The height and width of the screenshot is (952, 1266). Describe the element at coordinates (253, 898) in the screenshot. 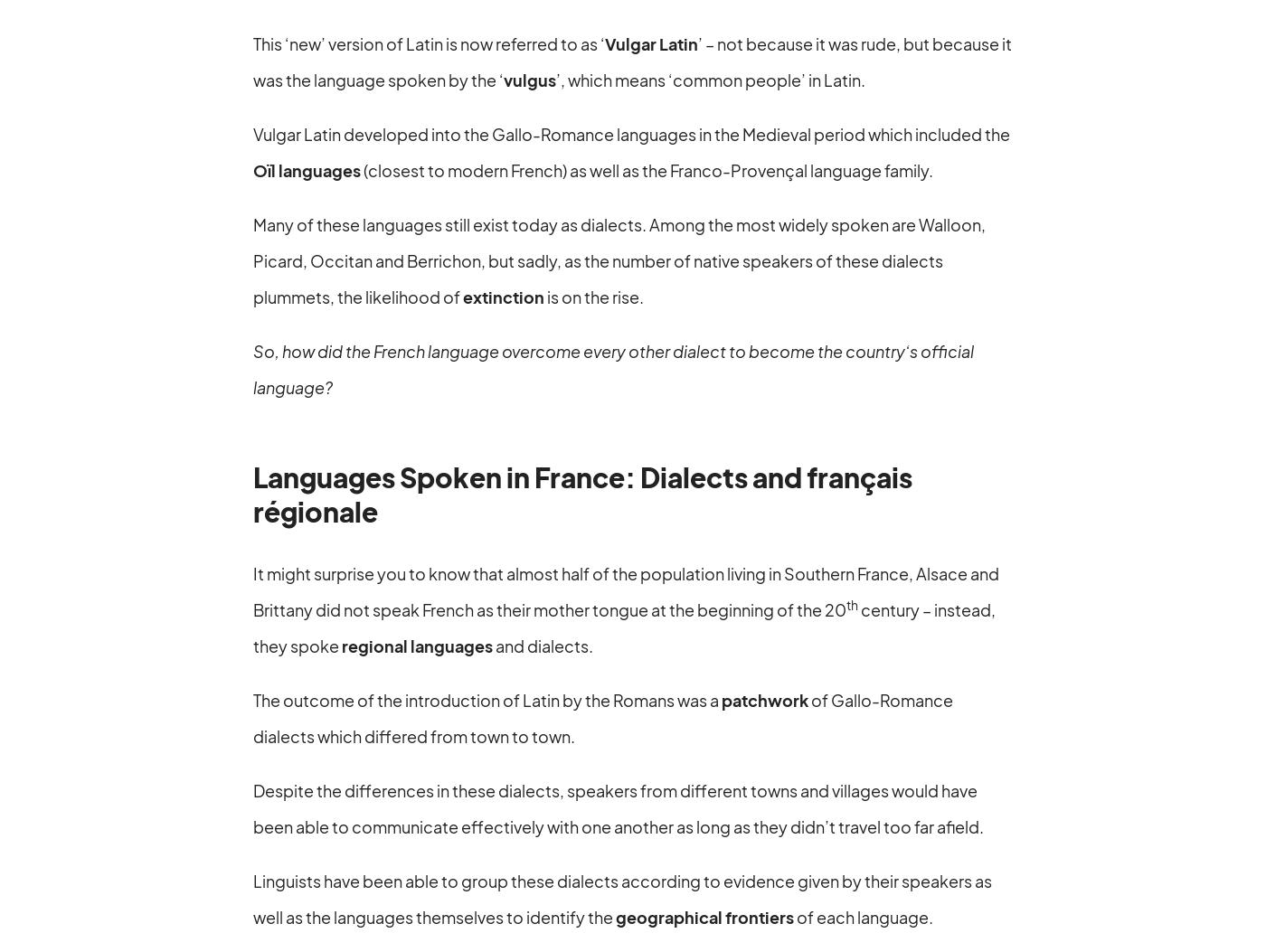

I see `'Linguists have been able to group these dialects according to evidence given by their speakers as well as the languages themselves to identify the'` at that location.